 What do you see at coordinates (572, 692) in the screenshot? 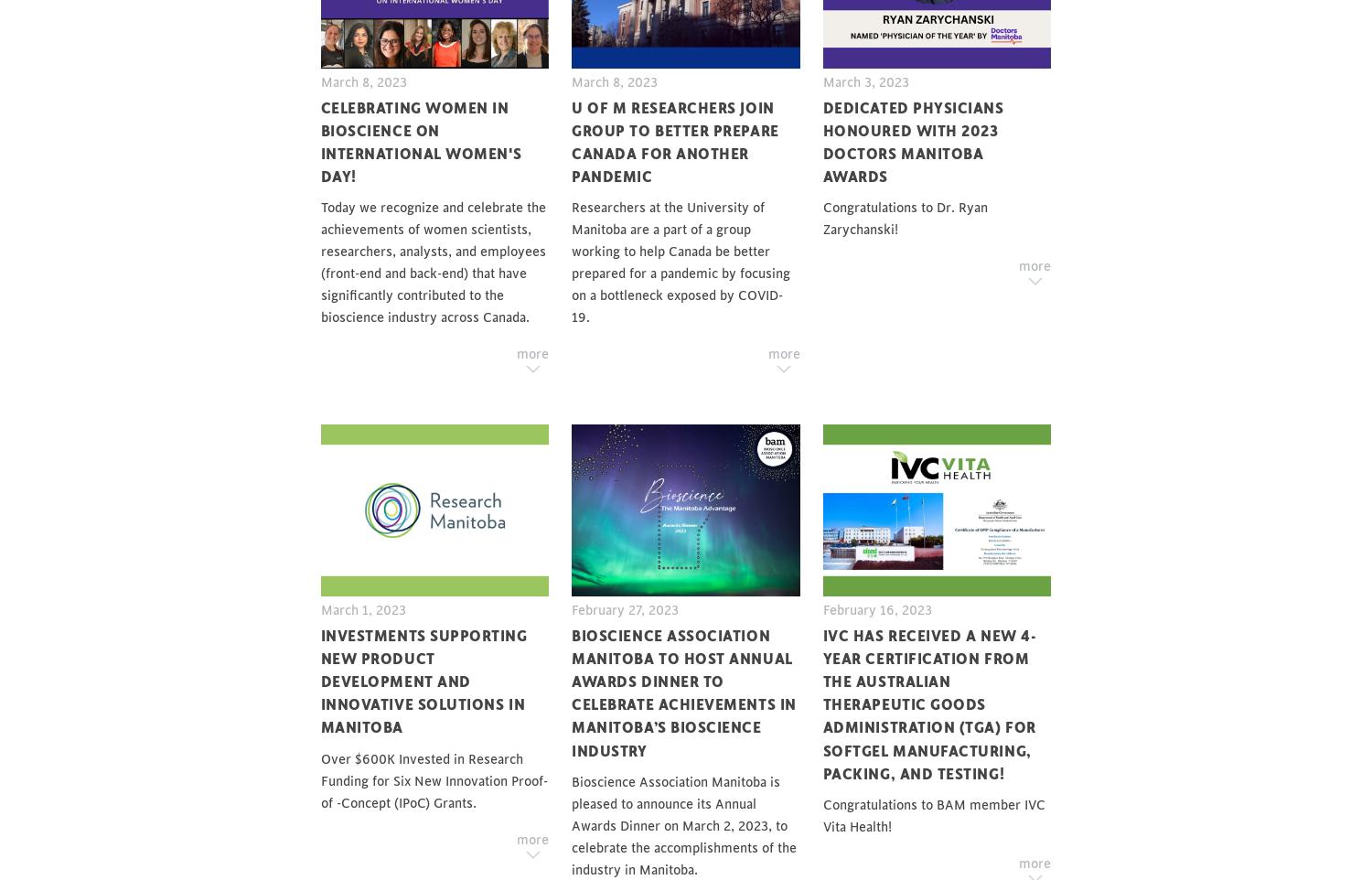
I see `'Bioscience Association Manitoba to Host Annual Awards Dinner to Celebrate Achievements in Manitoba’s Bioscience Industry'` at bounding box center [572, 692].